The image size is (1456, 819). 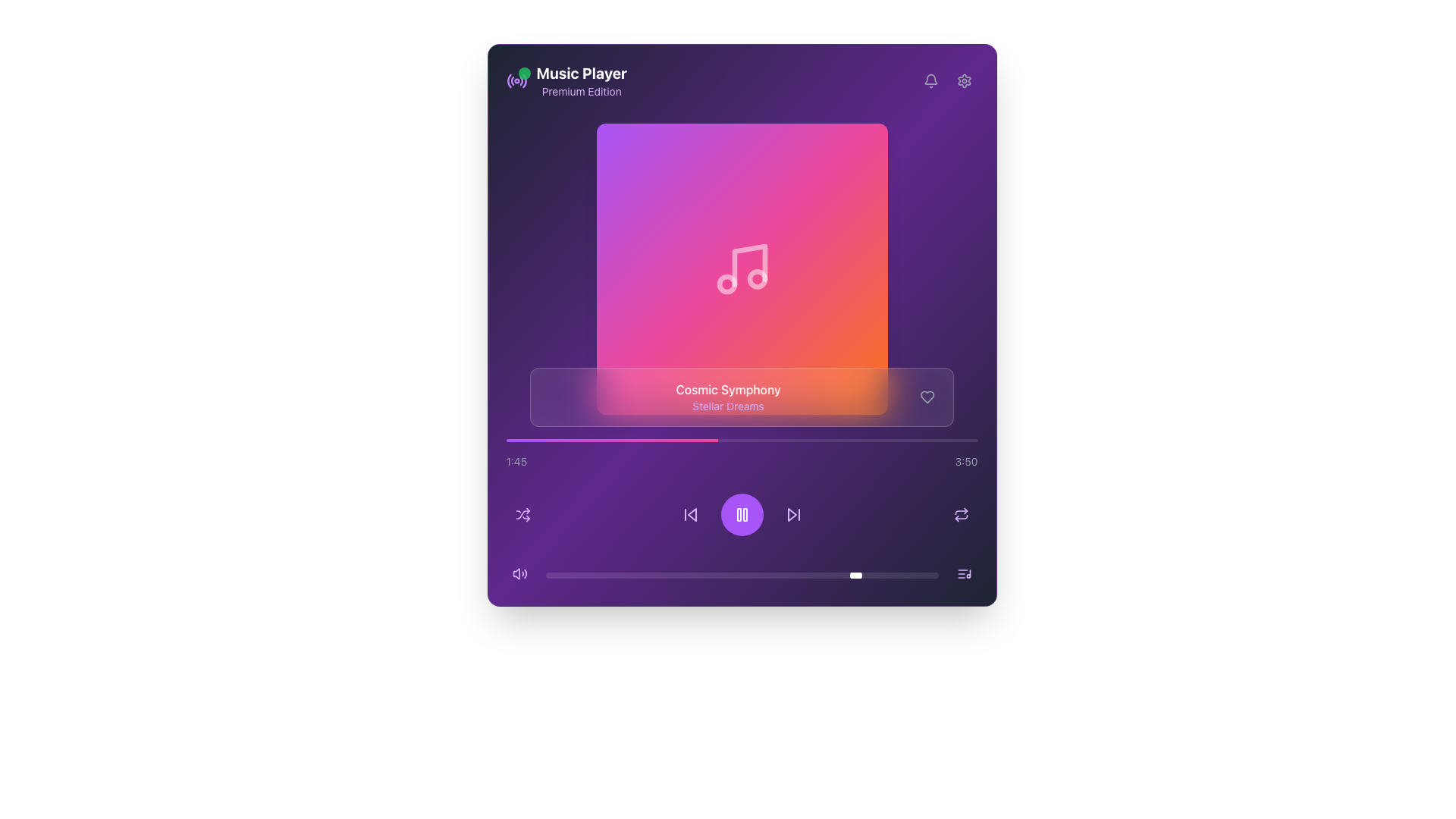 I want to click on the slider value, so click(x=852, y=576).